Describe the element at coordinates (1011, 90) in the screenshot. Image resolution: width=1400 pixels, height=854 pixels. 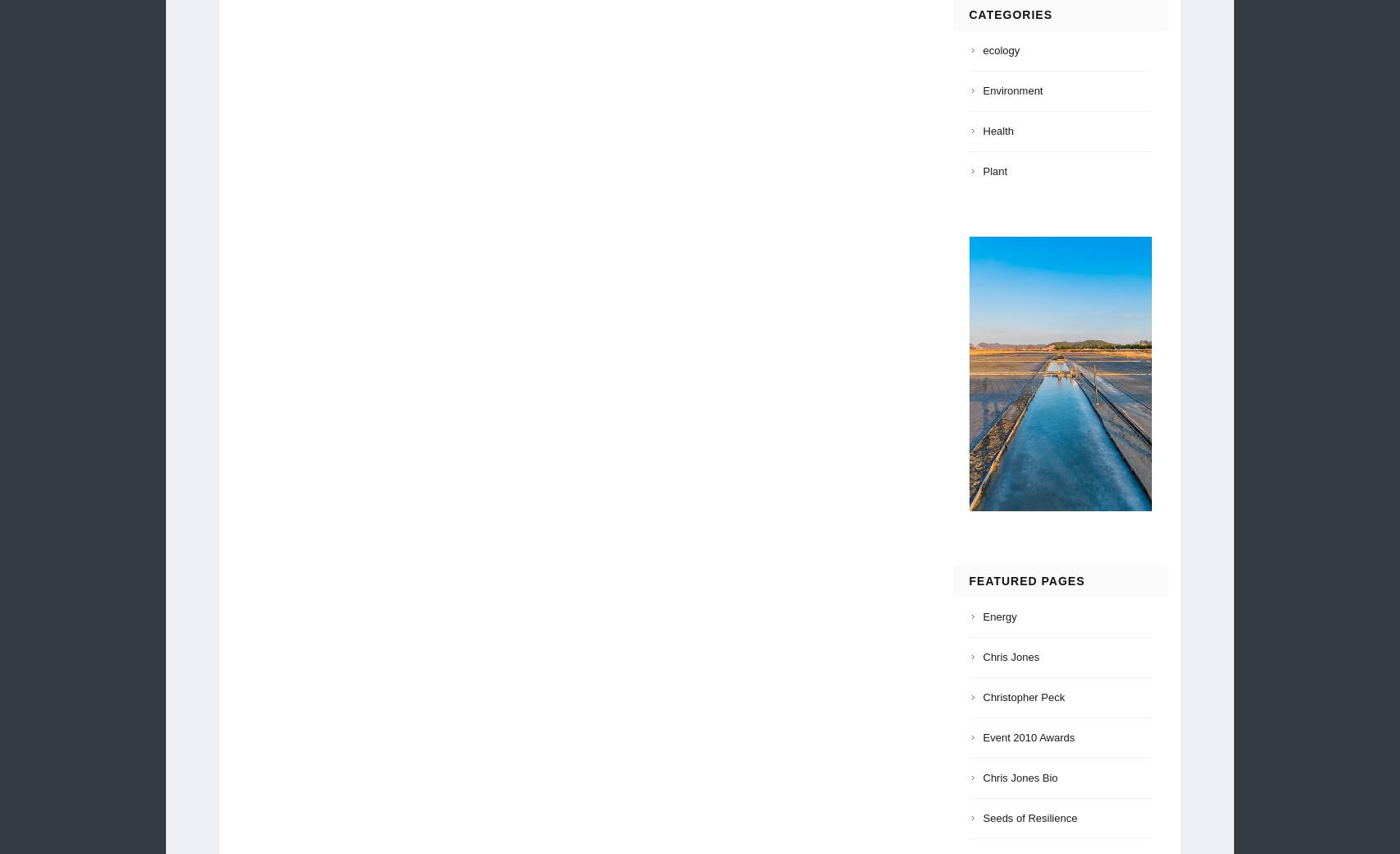
I see `'Environment'` at that location.